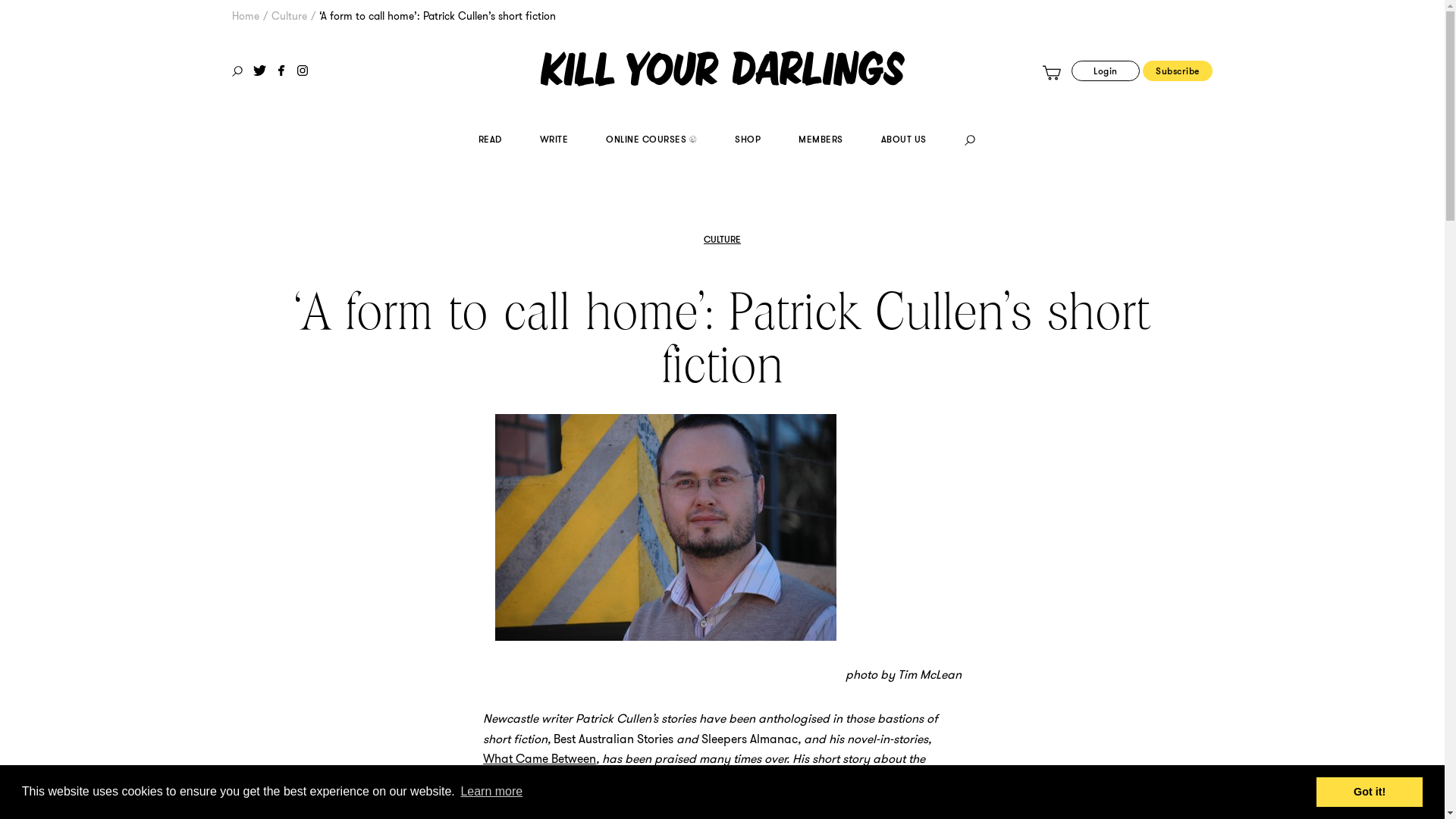  What do you see at coordinates (553, 141) in the screenshot?
I see `'WRITE'` at bounding box center [553, 141].